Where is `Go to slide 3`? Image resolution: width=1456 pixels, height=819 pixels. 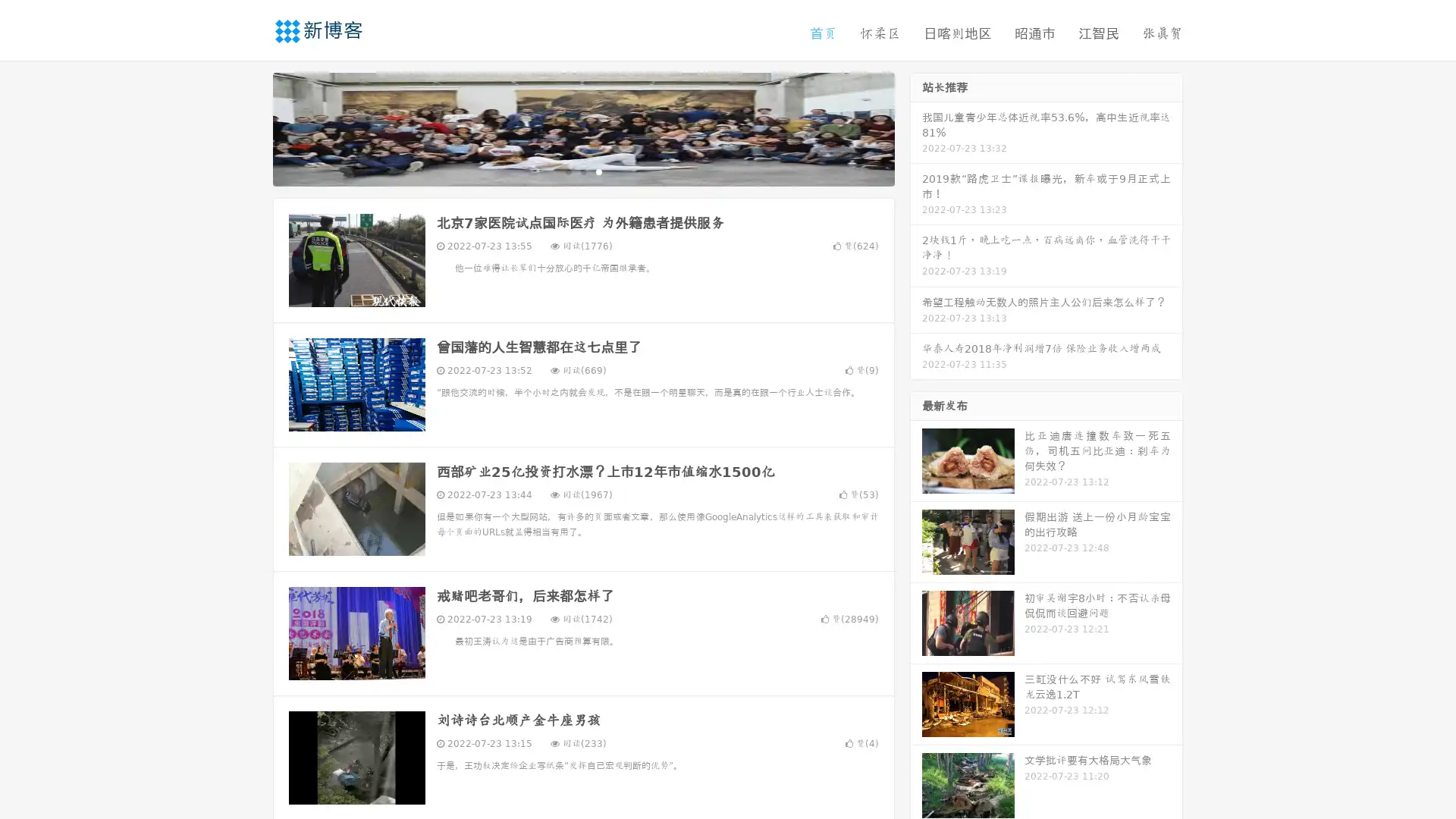 Go to slide 3 is located at coordinates (598, 171).